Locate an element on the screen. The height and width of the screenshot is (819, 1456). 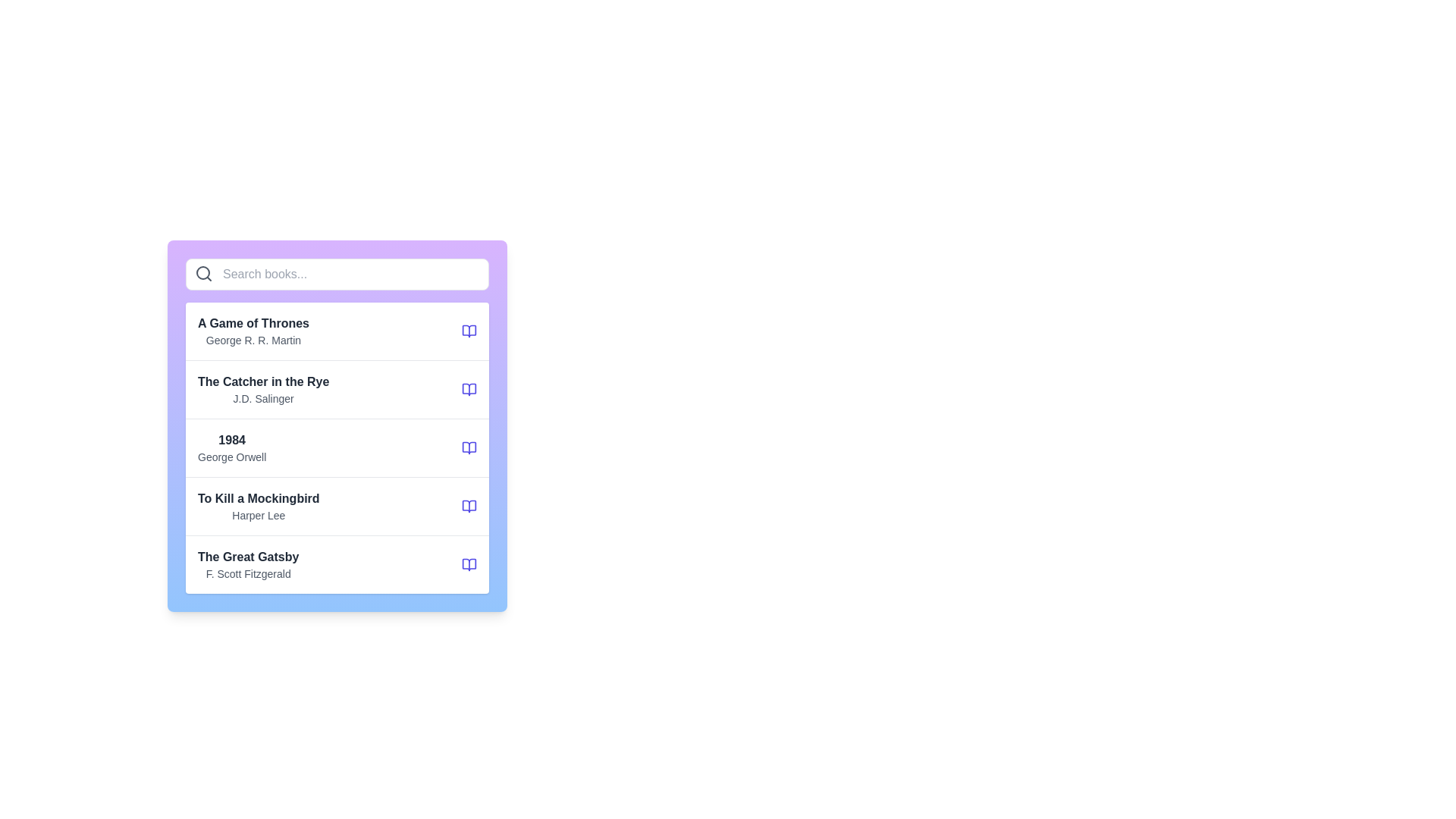
the list item displaying the book title 'To Kill a Mockingbird' by clicking on it to view details is located at coordinates (337, 506).